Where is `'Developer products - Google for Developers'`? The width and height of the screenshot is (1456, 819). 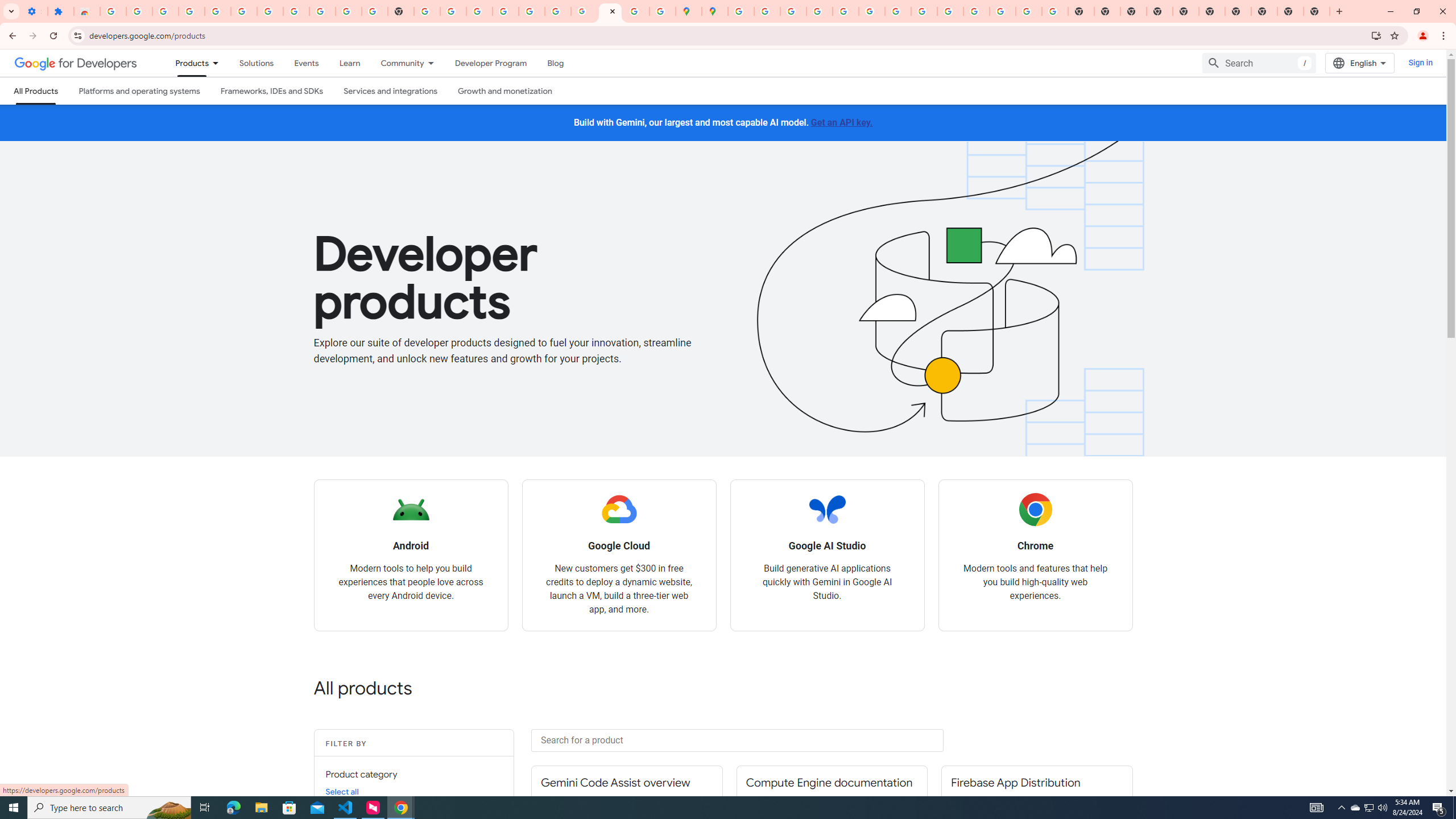
'Developer products - Google for Developers' is located at coordinates (610, 11).